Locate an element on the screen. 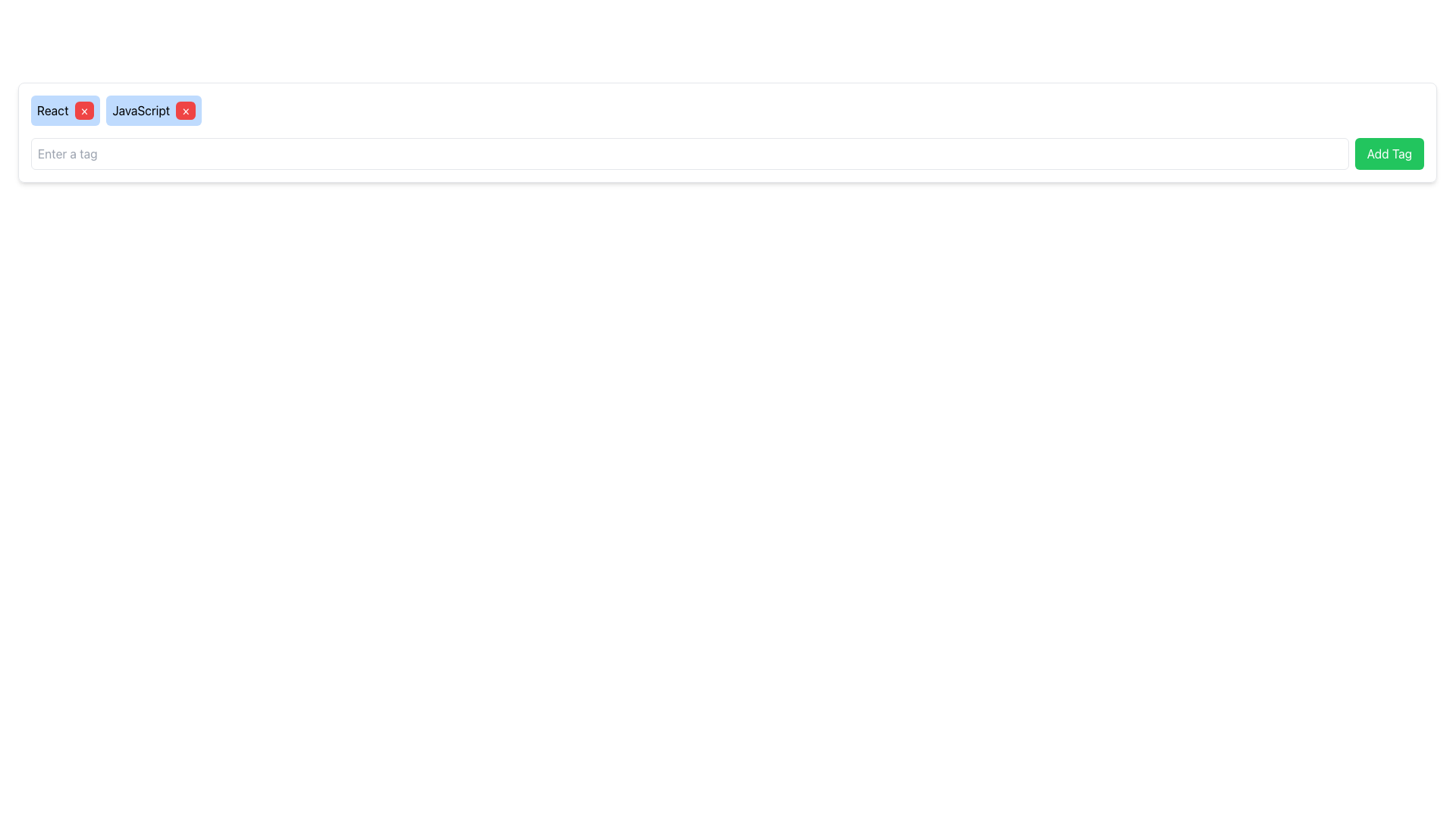  the delete icon ('×') of the 'React' tag is located at coordinates (64, 110).